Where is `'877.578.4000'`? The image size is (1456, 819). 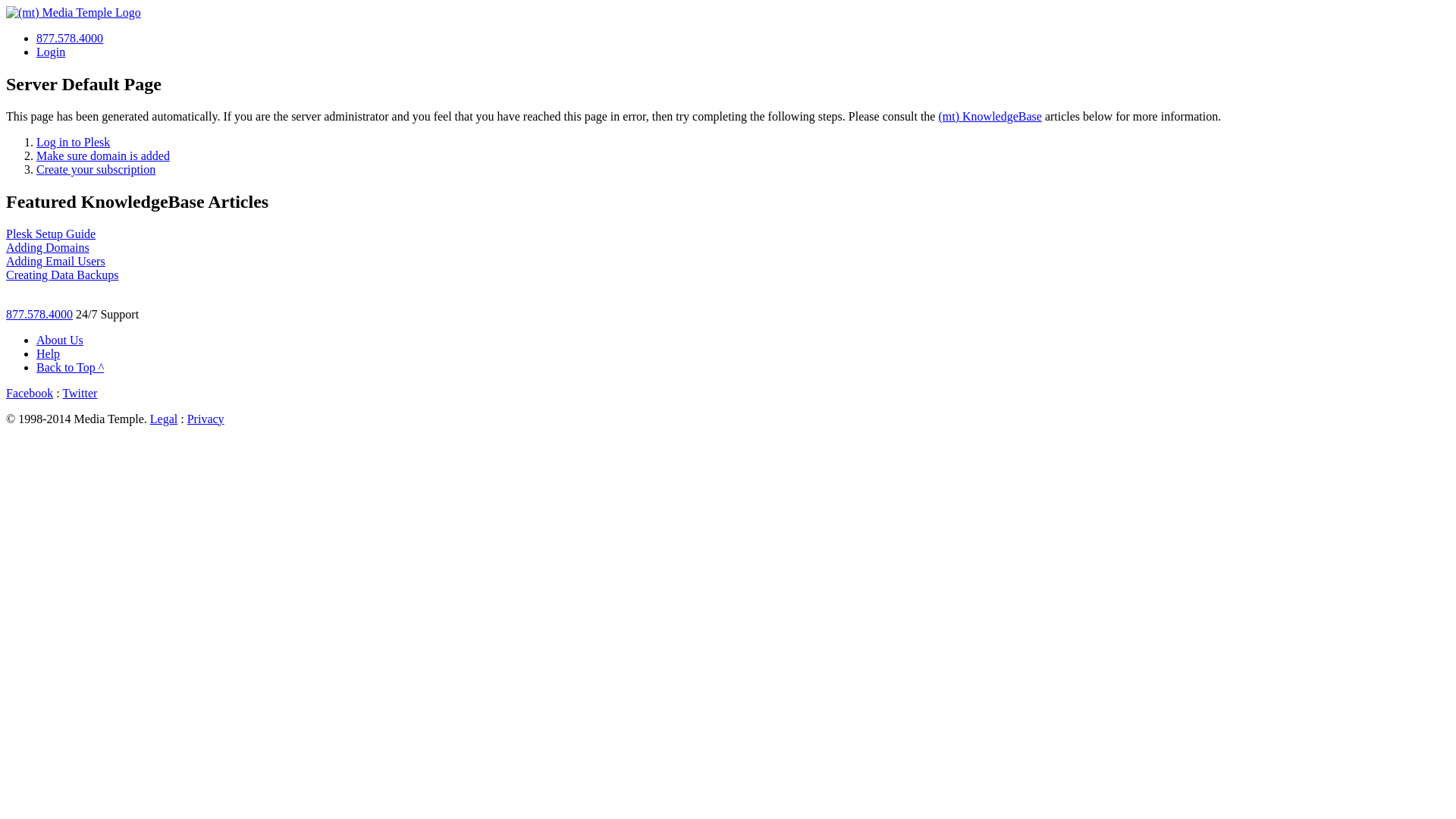 '877.578.4000' is located at coordinates (39, 313).